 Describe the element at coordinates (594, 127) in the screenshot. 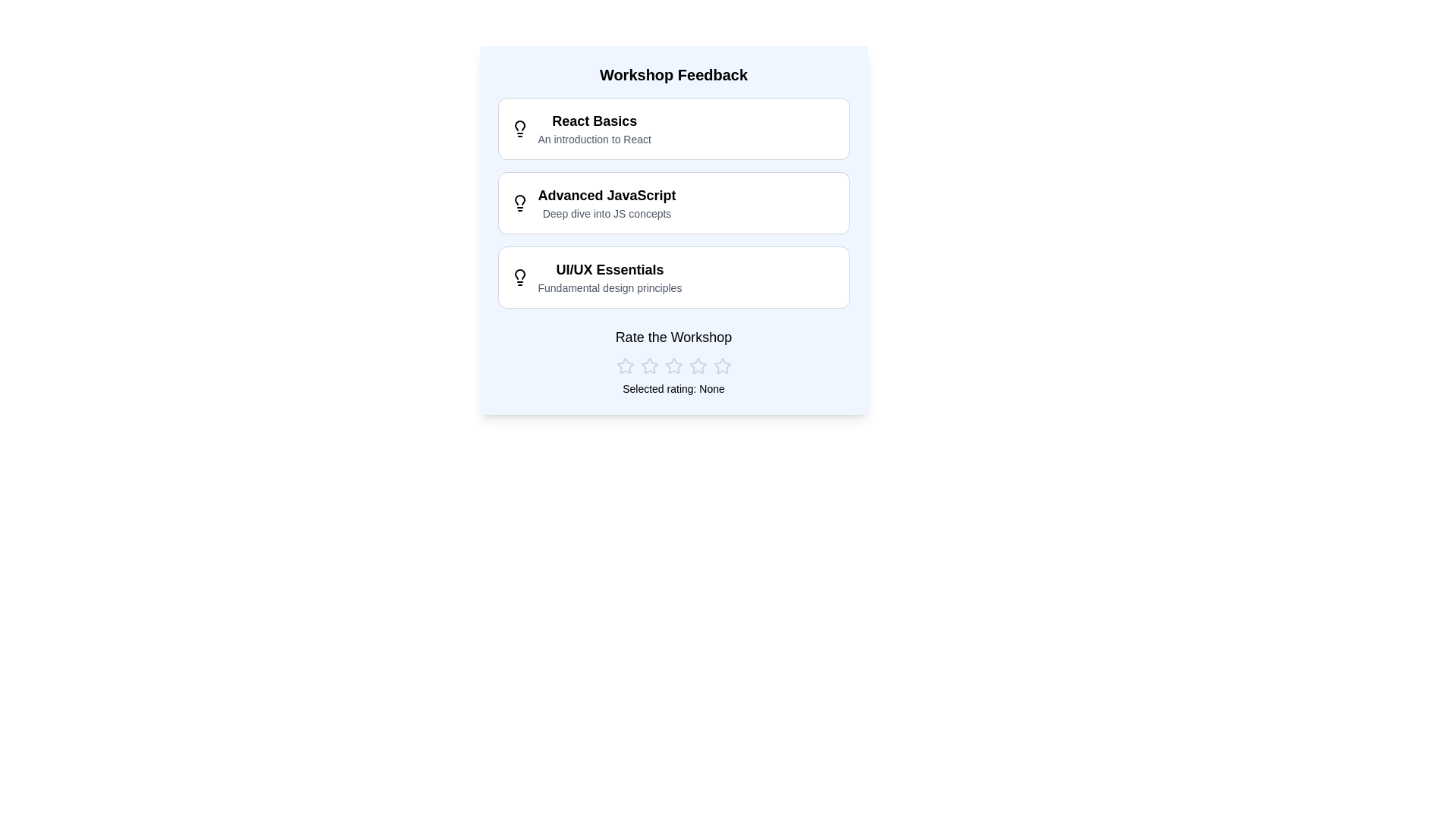

I see `text displayed in the Text block titled 'React Basics' located in the first card of the 'Workshop Feedback' section, which contains two lines of text with hierarchical styling` at that location.